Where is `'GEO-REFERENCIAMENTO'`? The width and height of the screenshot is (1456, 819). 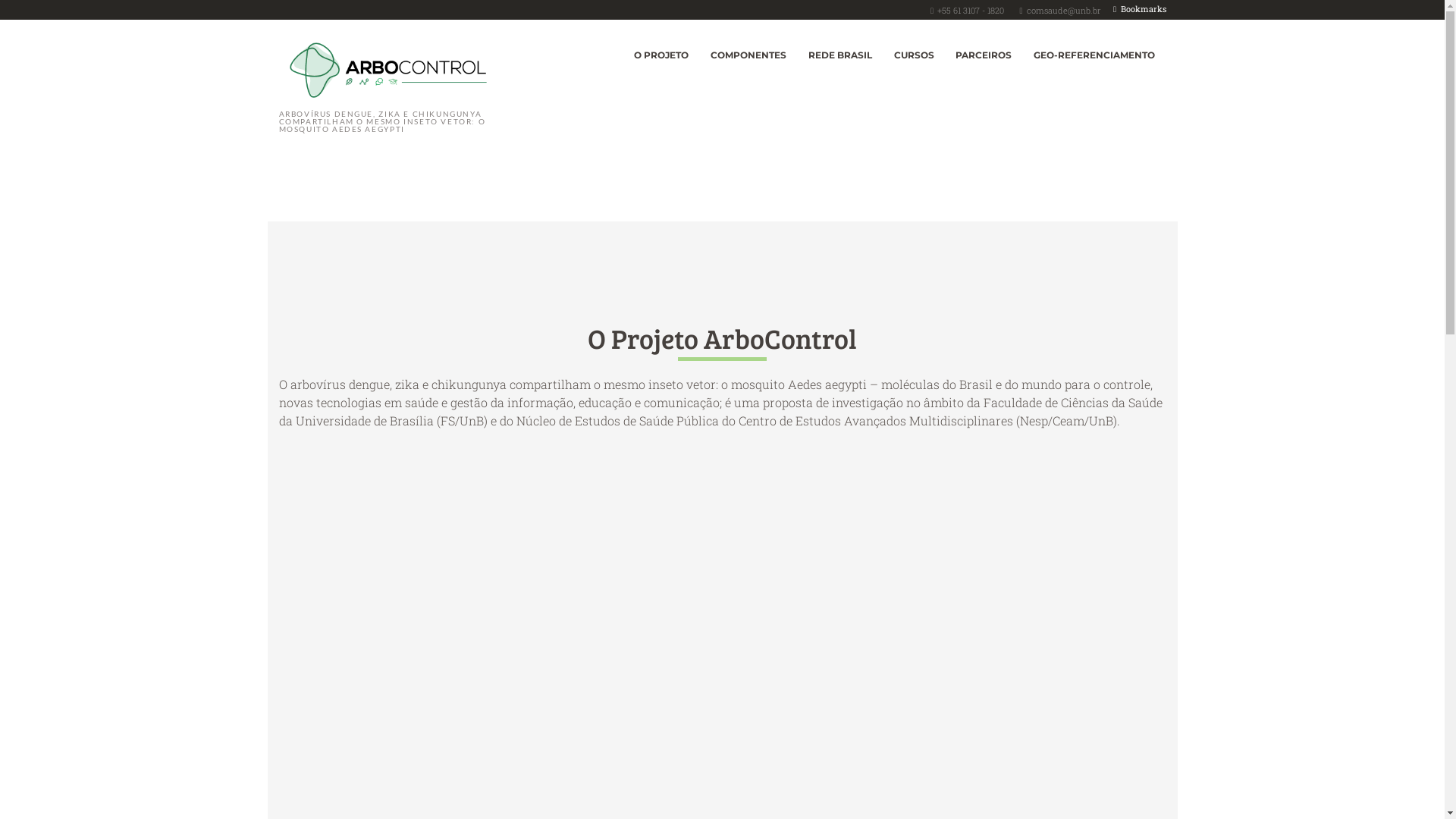 'GEO-REFERENCIAMENTO' is located at coordinates (1094, 55).